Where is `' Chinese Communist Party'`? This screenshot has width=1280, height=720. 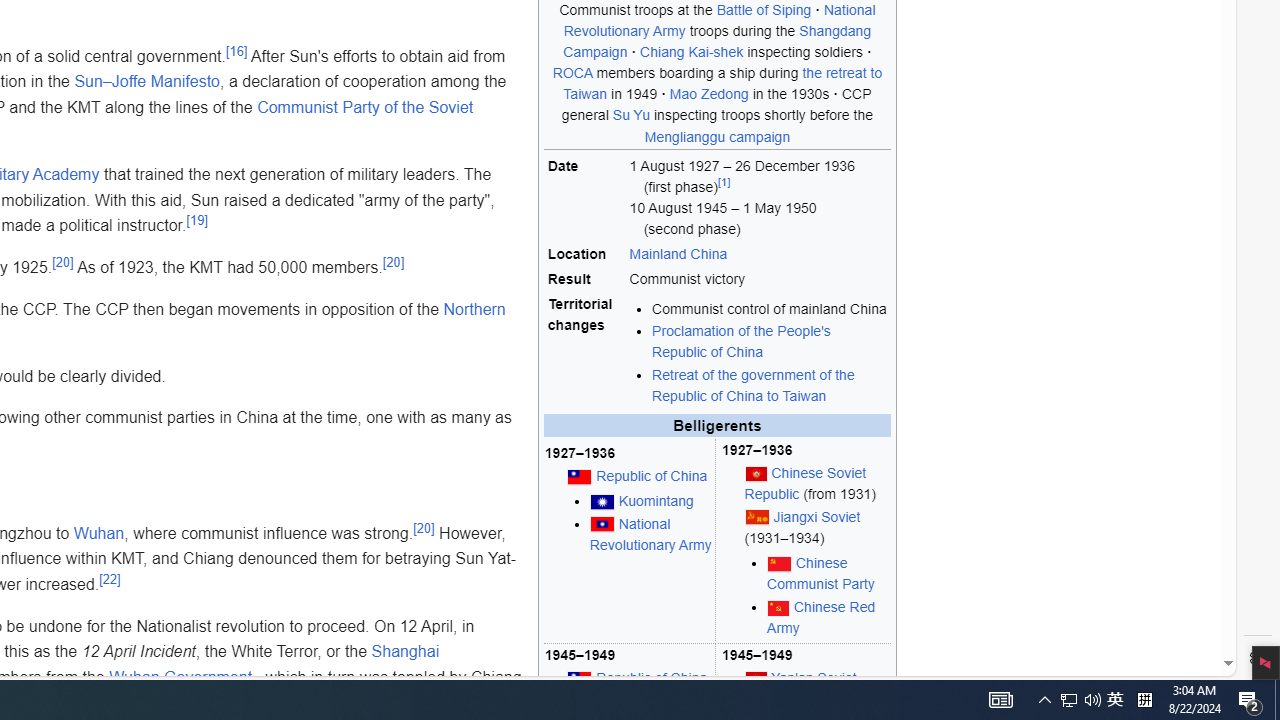 ' Chinese Communist Party' is located at coordinates (828, 574).